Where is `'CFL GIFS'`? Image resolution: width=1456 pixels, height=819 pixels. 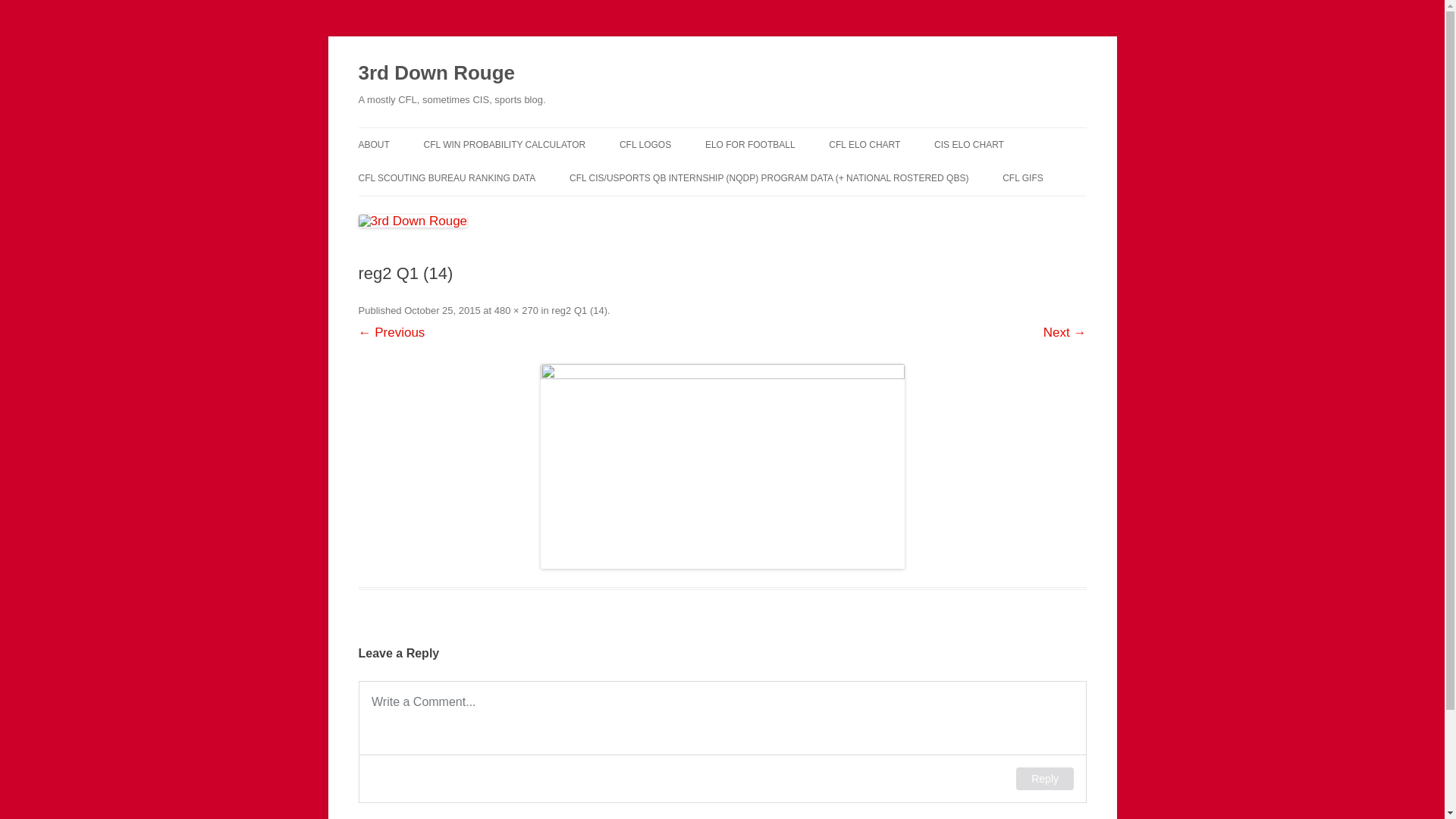
'CFL GIFS' is located at coordinates (1022, 177).